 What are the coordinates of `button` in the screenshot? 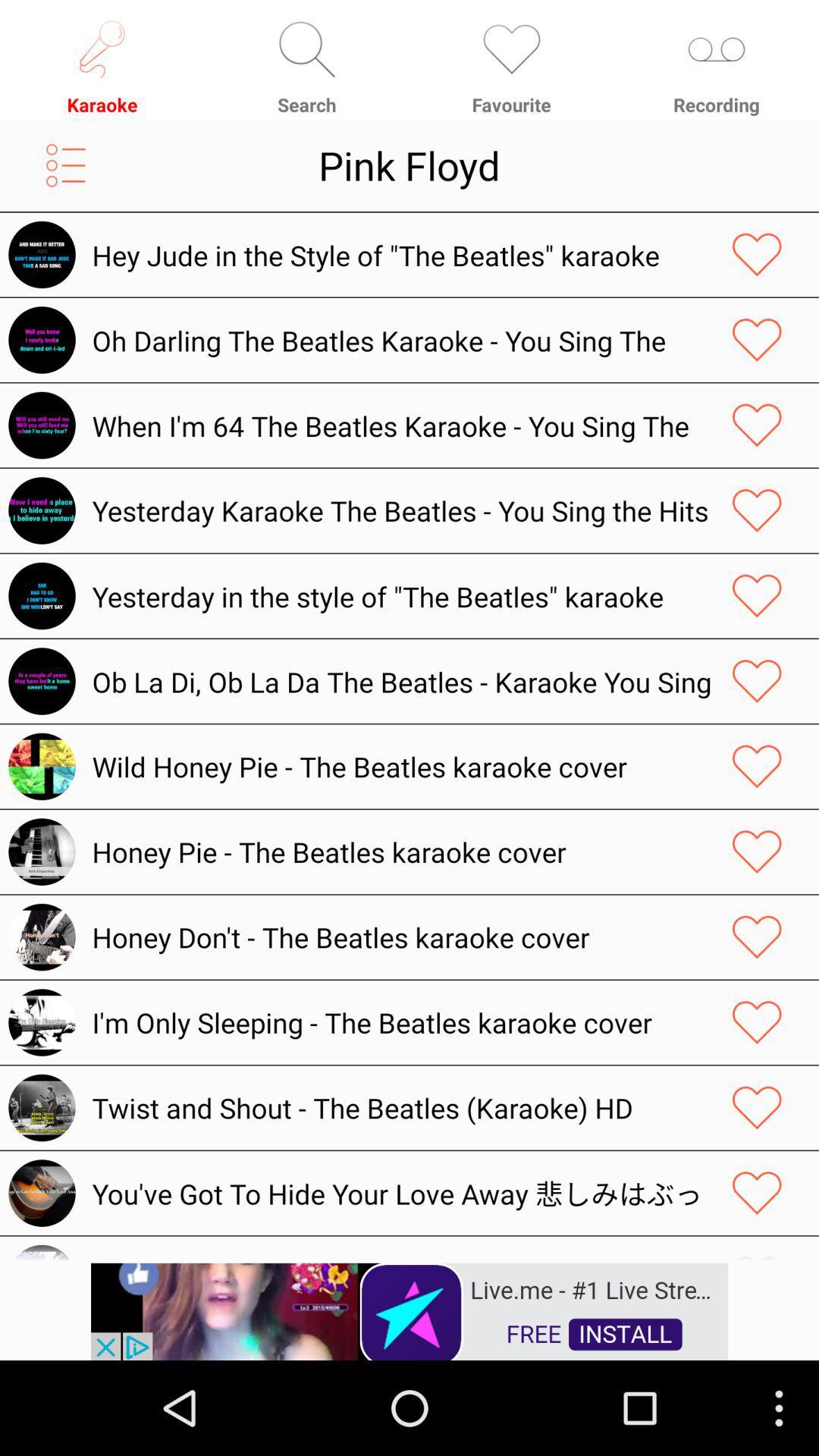 It's located at (757, 339).